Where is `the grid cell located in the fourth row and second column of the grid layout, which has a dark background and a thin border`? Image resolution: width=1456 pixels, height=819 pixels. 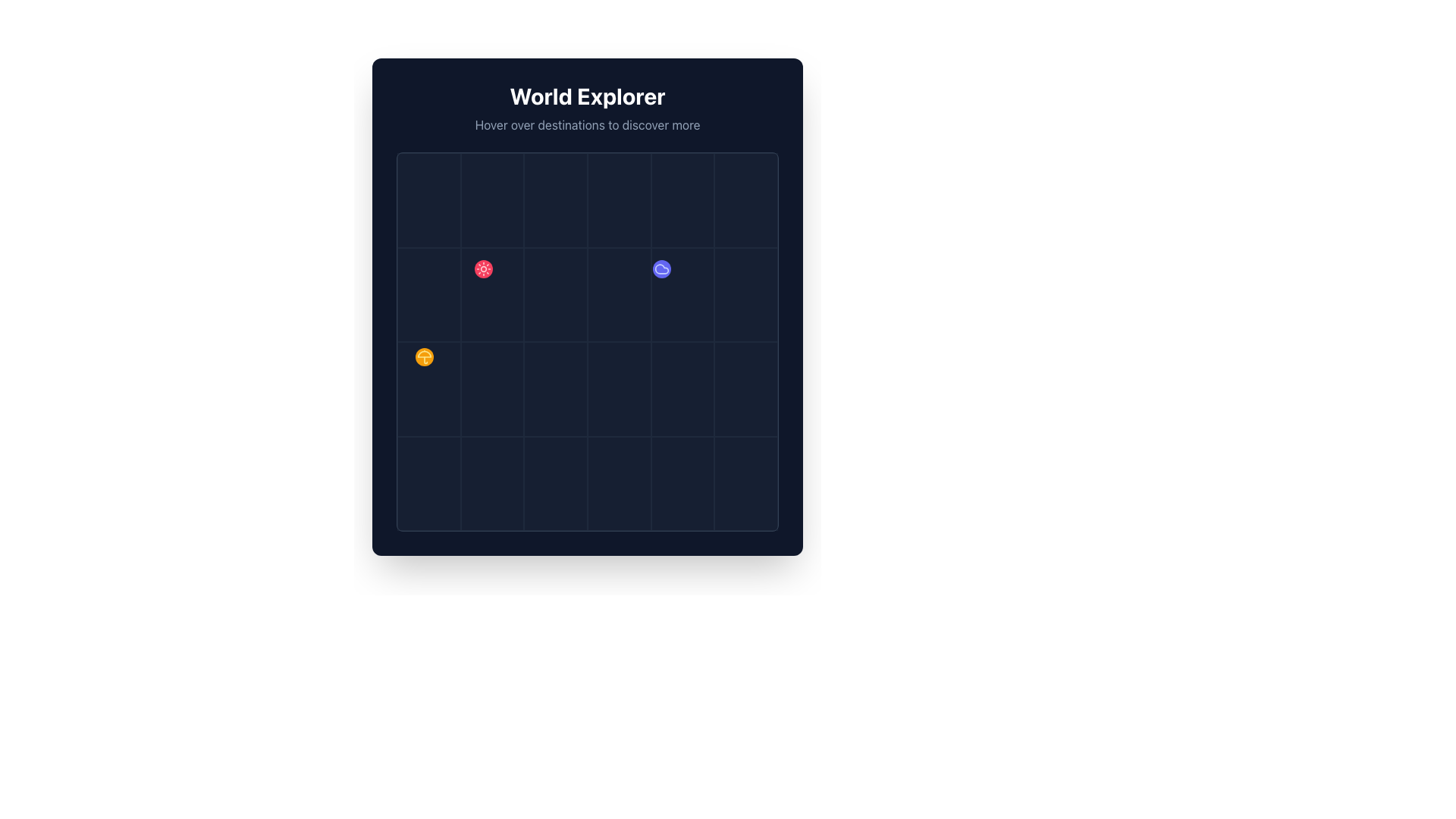
the grid cell located in the fourth row and second column of the grid layout, which has a dark background and a thin border is located at coordinates (492, 483).